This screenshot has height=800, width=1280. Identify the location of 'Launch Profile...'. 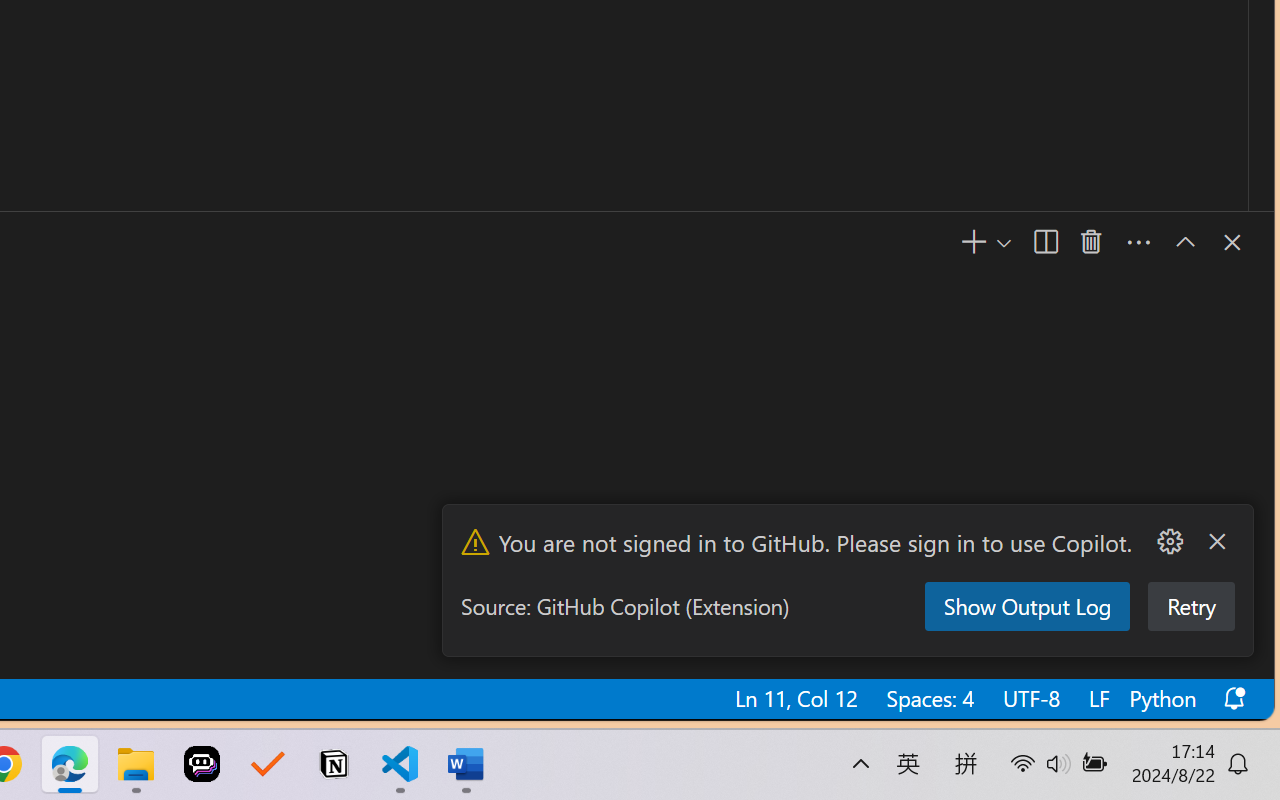
(1002, 242).